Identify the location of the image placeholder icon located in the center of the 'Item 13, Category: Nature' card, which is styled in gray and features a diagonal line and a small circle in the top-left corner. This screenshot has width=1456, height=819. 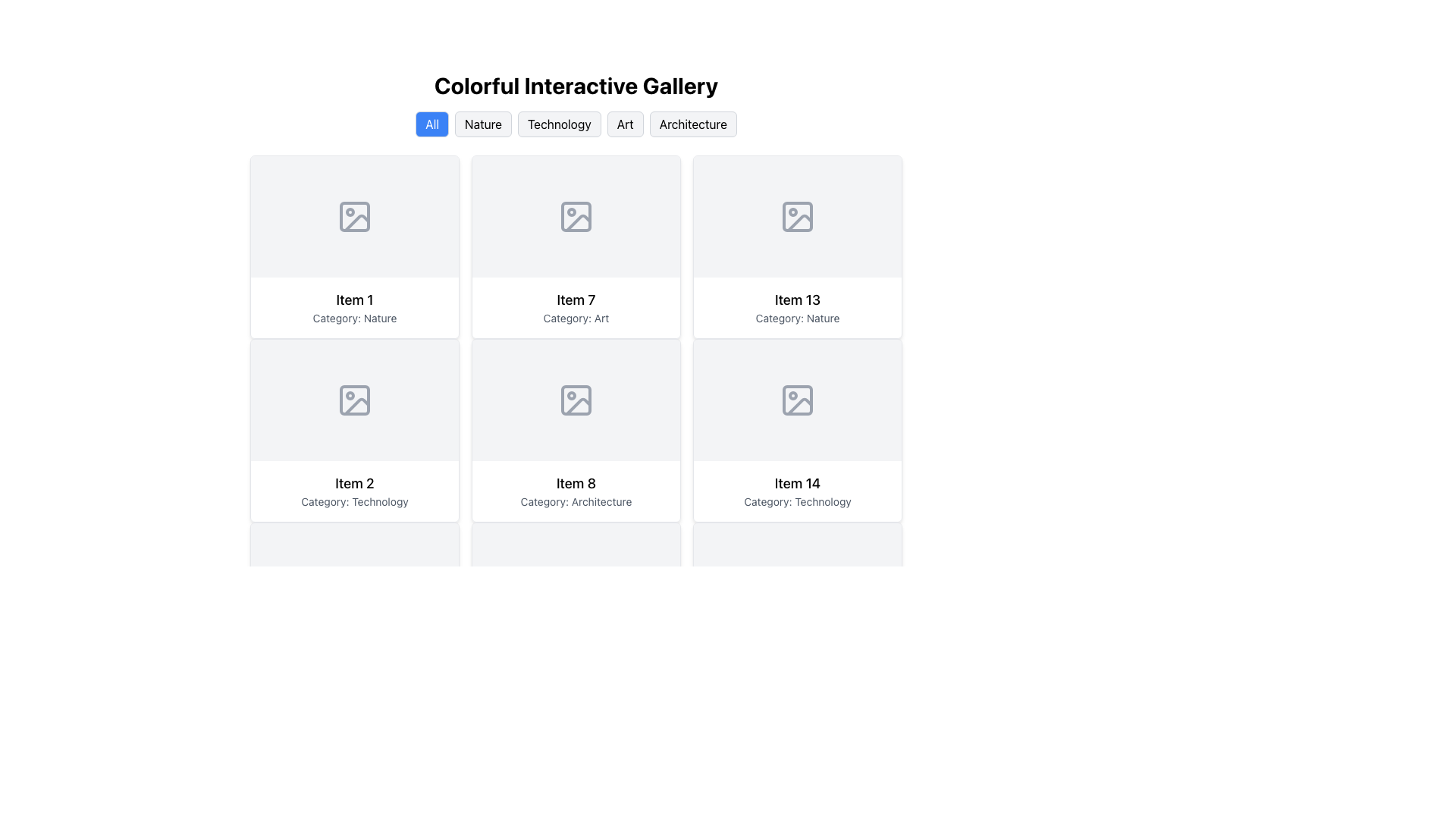
(796, 216).